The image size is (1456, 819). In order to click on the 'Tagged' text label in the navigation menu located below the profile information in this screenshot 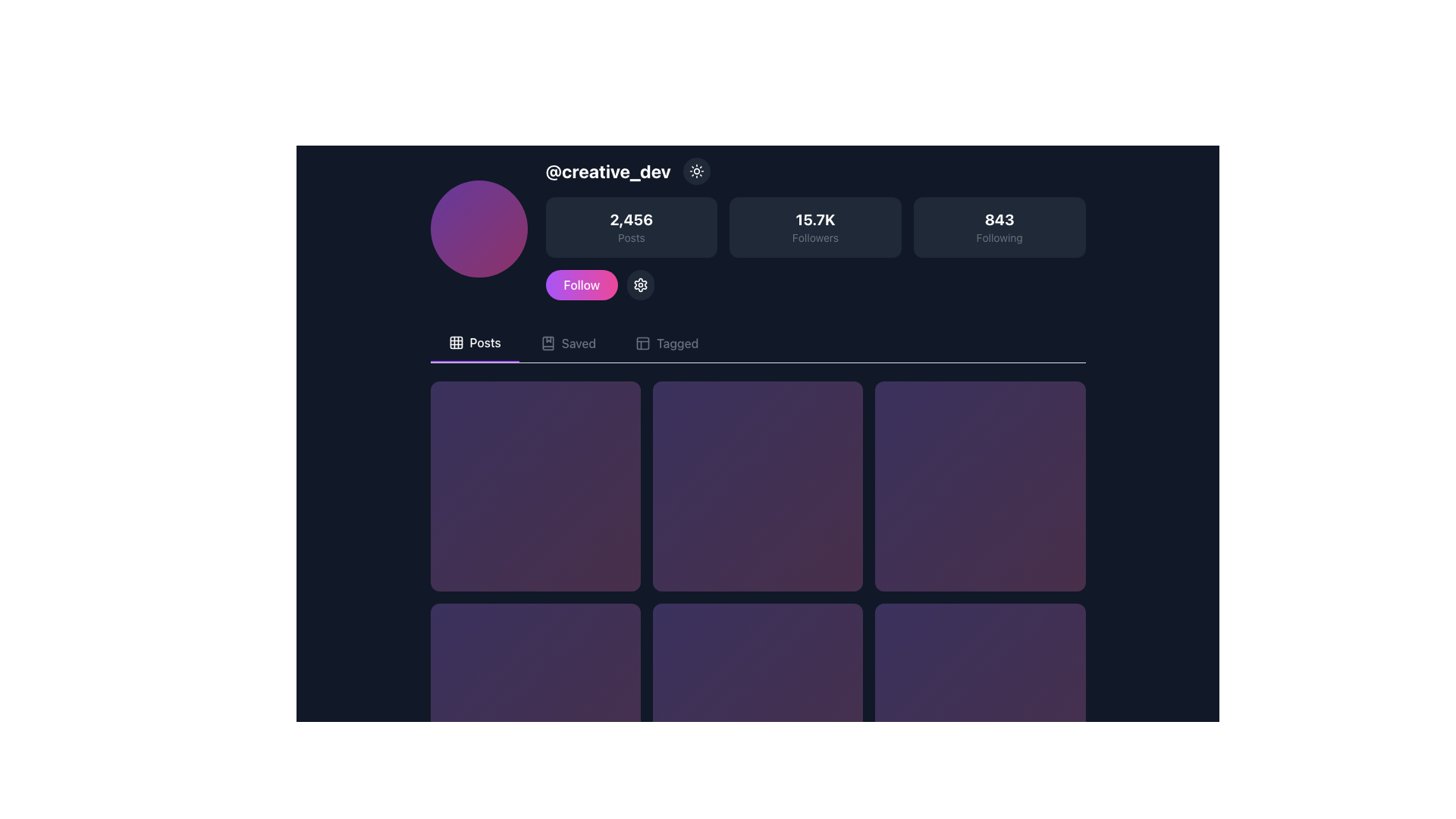, I will do `click(676, 343)`.